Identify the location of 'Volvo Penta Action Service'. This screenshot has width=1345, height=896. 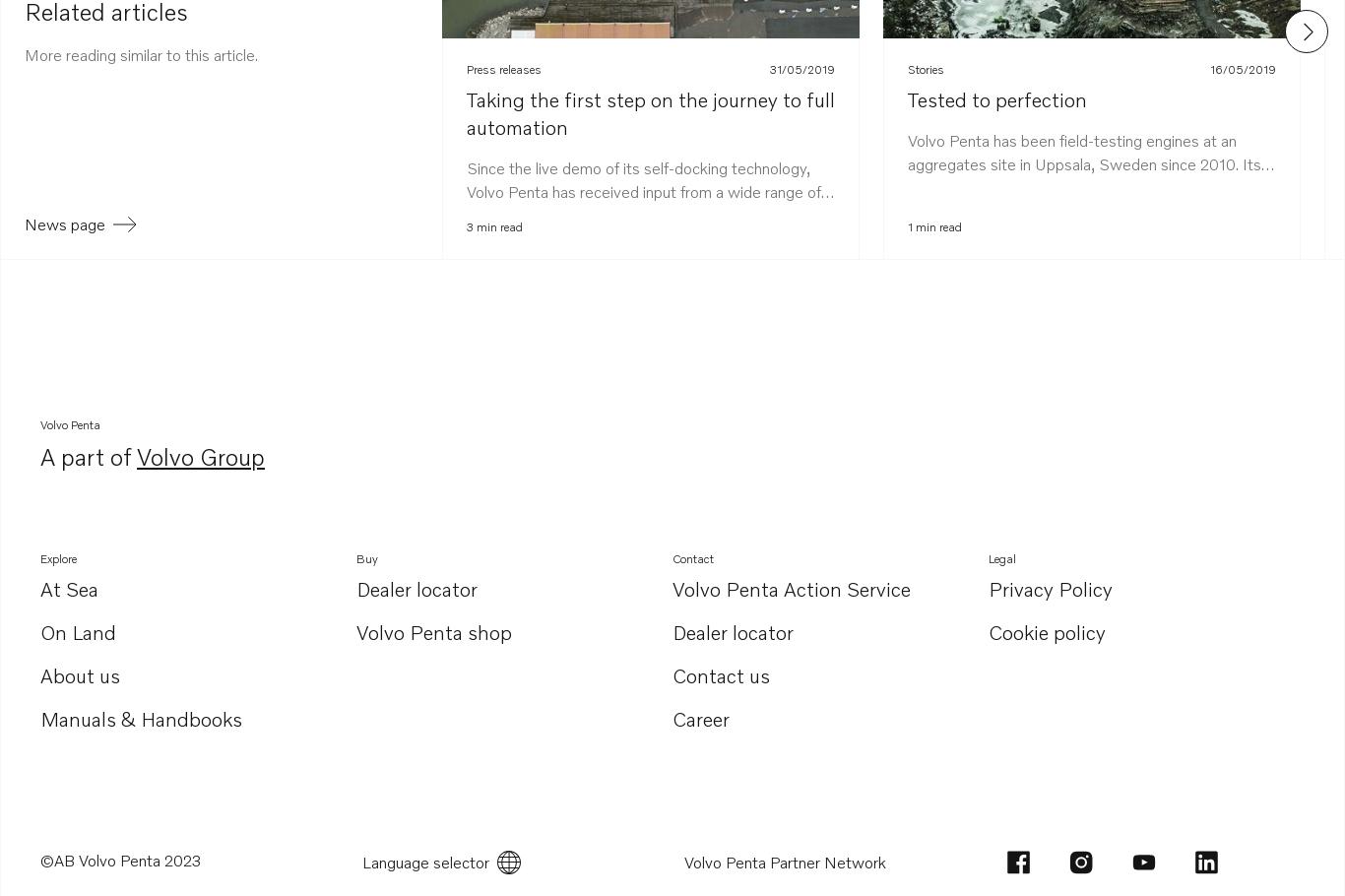
(791, 586).